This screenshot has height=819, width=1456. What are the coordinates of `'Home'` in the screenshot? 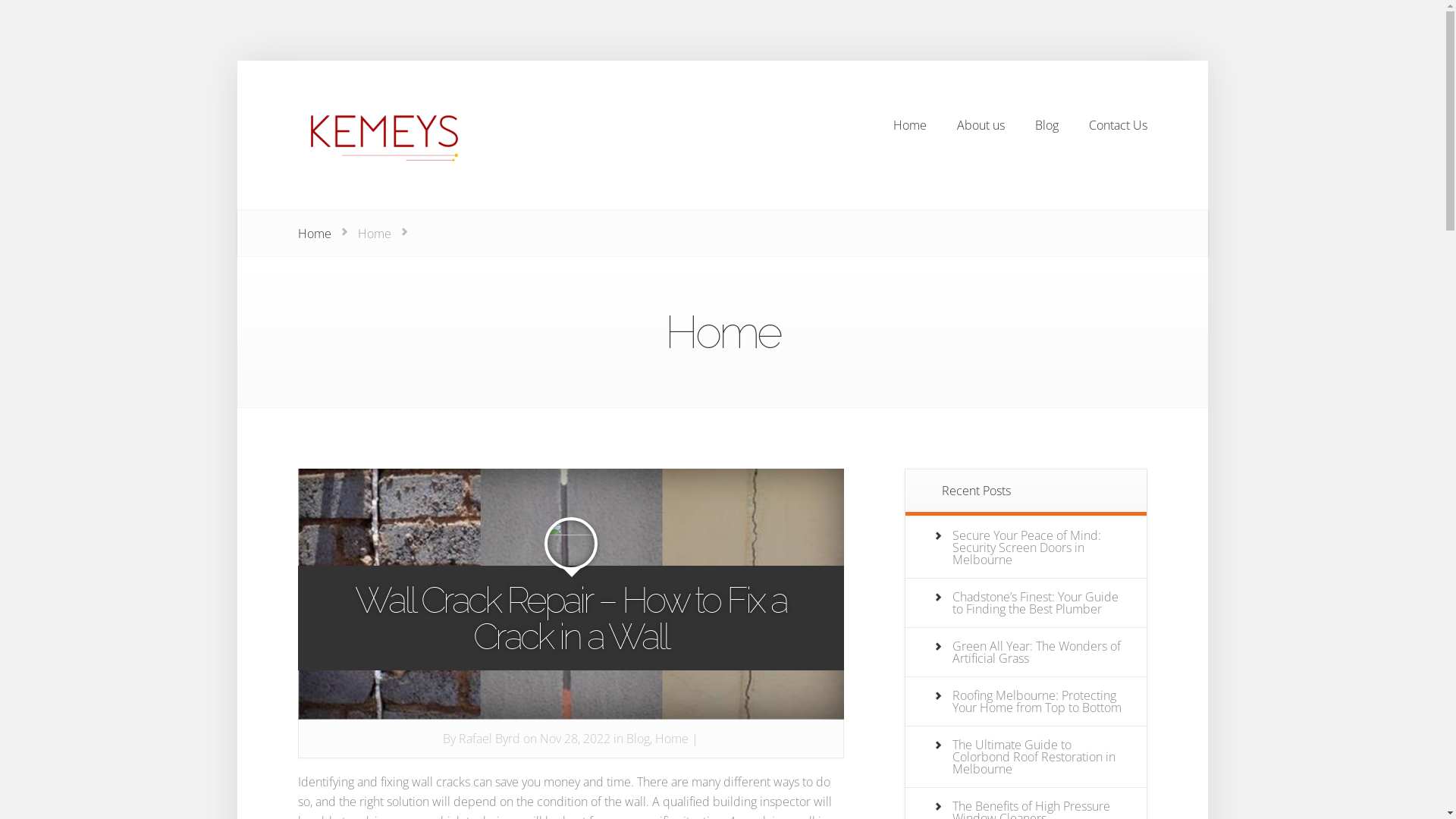 It's located at (910, 124).